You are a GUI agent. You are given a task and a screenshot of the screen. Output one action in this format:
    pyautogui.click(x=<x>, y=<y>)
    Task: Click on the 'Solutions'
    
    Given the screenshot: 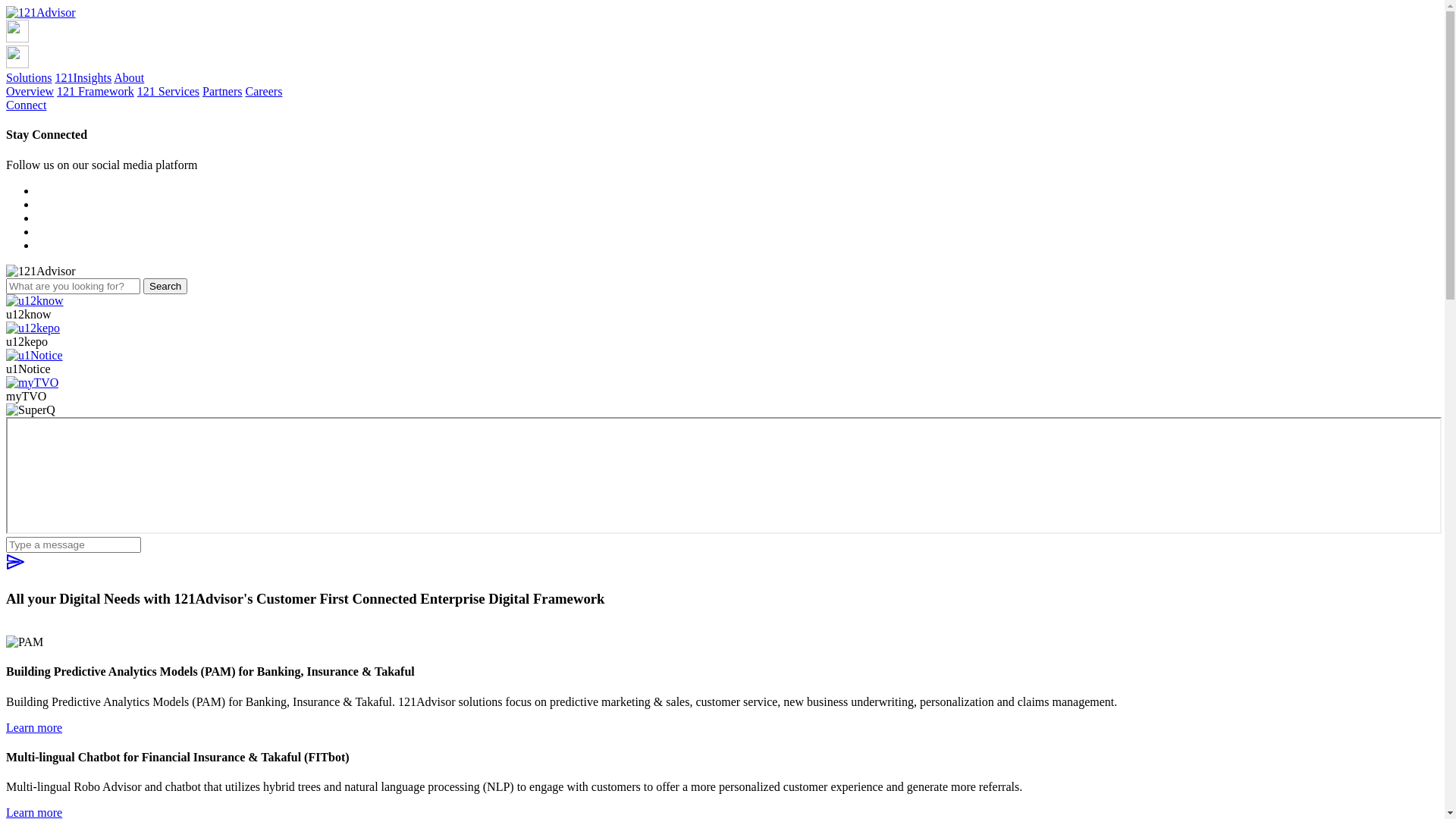 What is the action you would take?
    pyautogui.click(x=29, y=77)
    